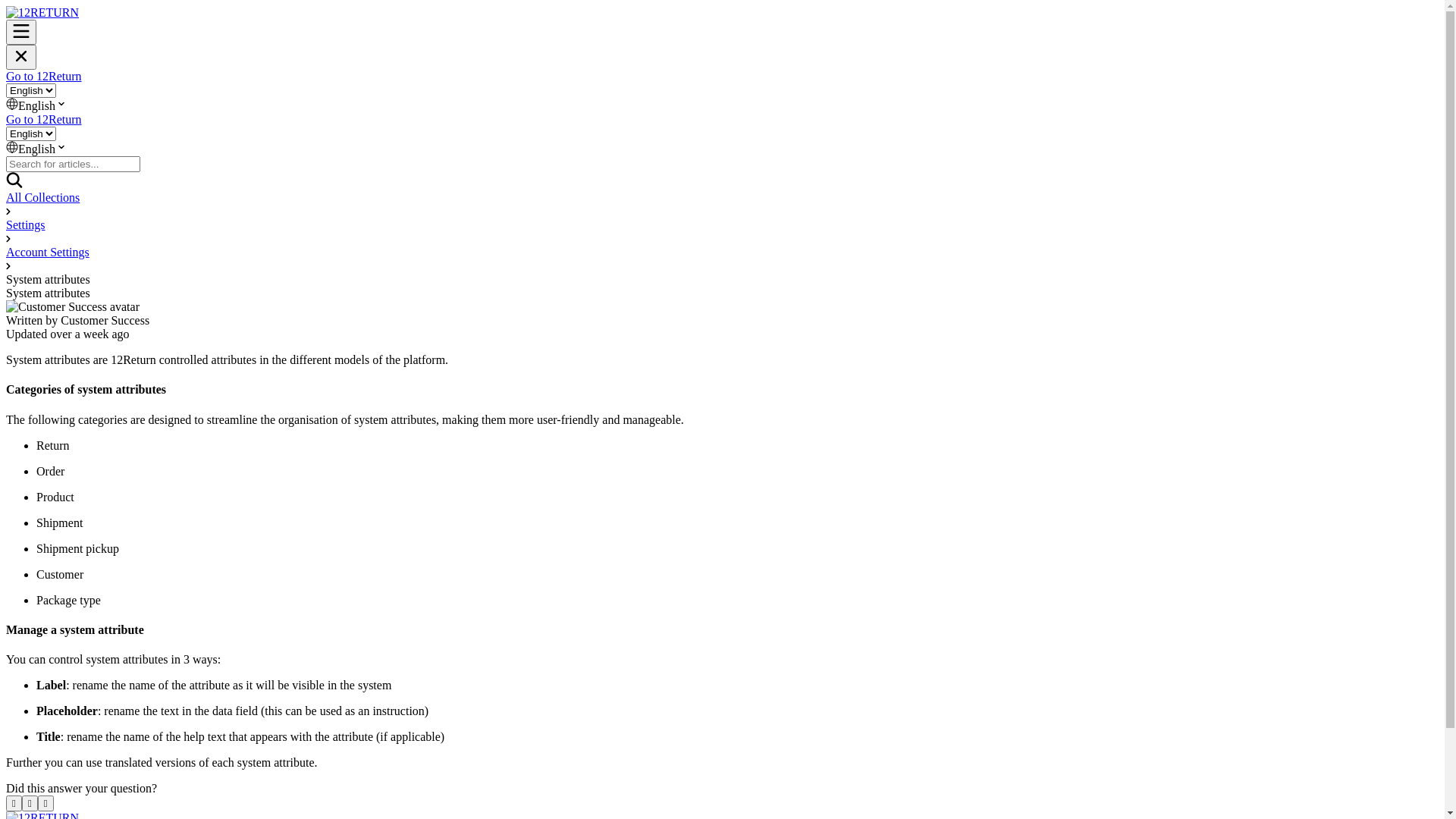 The width and height of the screenshot is (1456, 819). I want to click on 'Go to 12Return', so click(43, 118).